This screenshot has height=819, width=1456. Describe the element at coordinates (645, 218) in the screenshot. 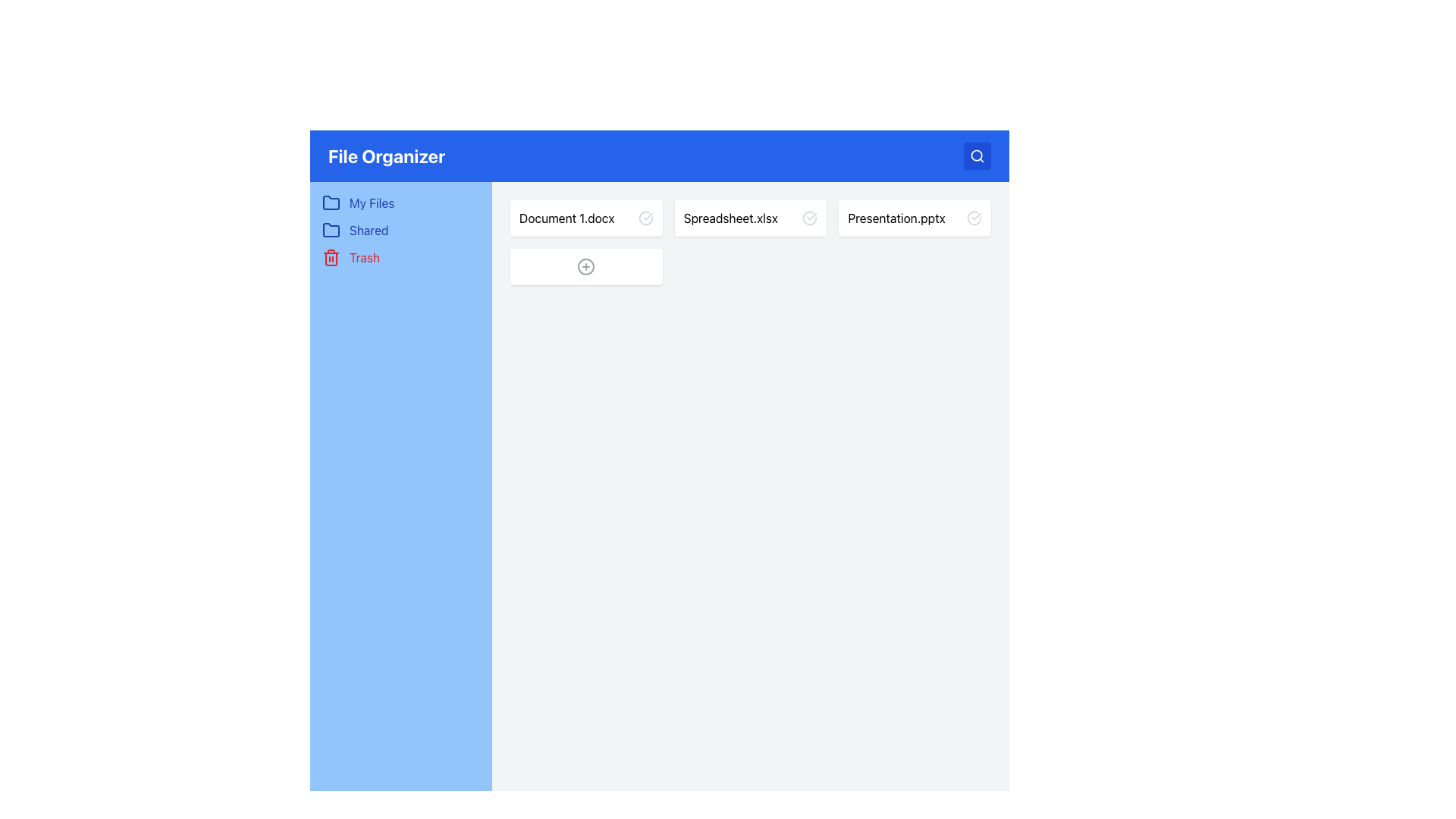

I see `the circular checkmark icon outlined in gray, located to the right of the 'Document 1.docx' label on its interactive file card` at that location.